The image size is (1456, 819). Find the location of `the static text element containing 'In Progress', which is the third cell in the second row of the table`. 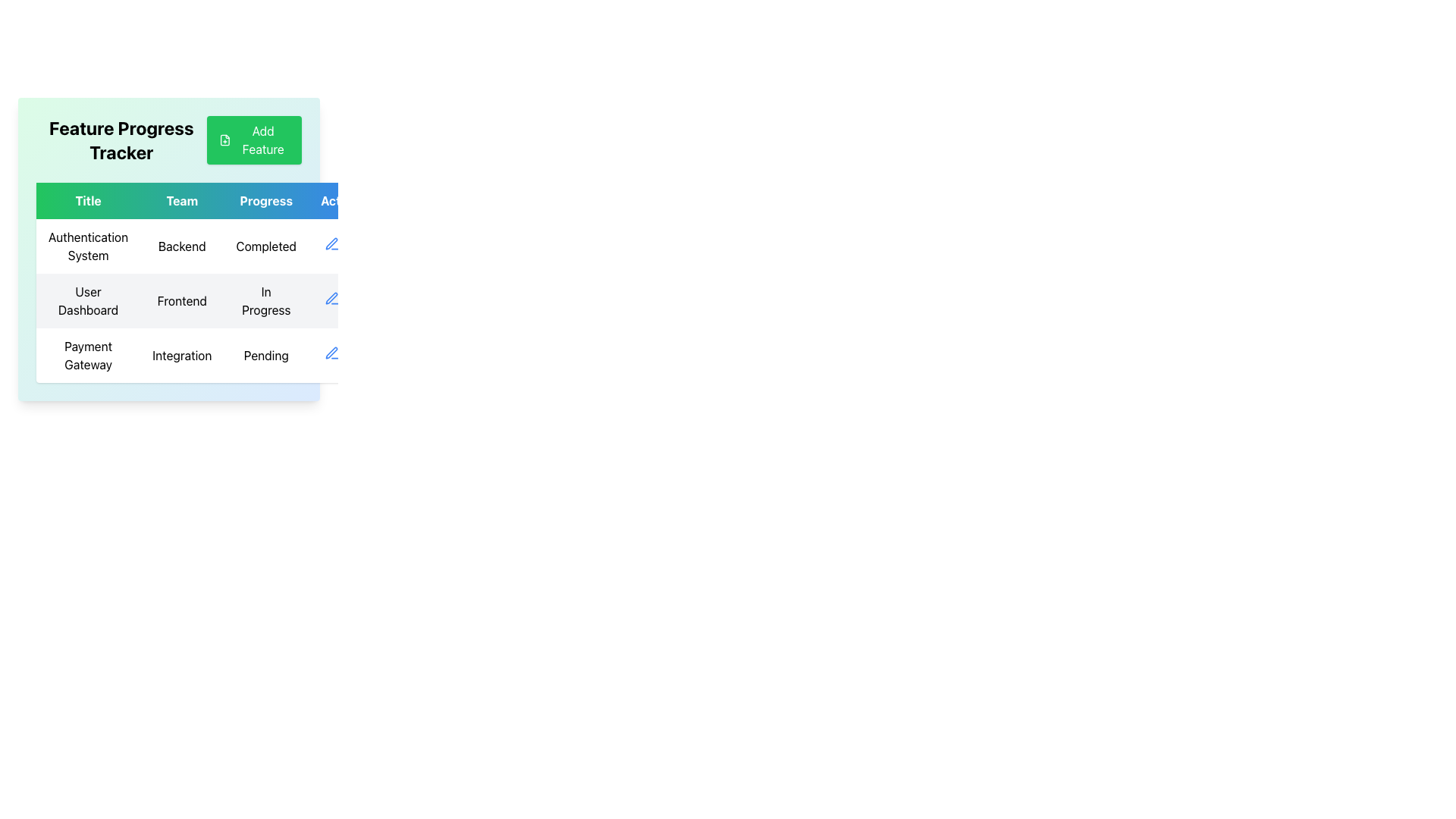

the static text element containing 'In Progress', which is the third cell in the second row of the table is located at coordinates (266, 301).